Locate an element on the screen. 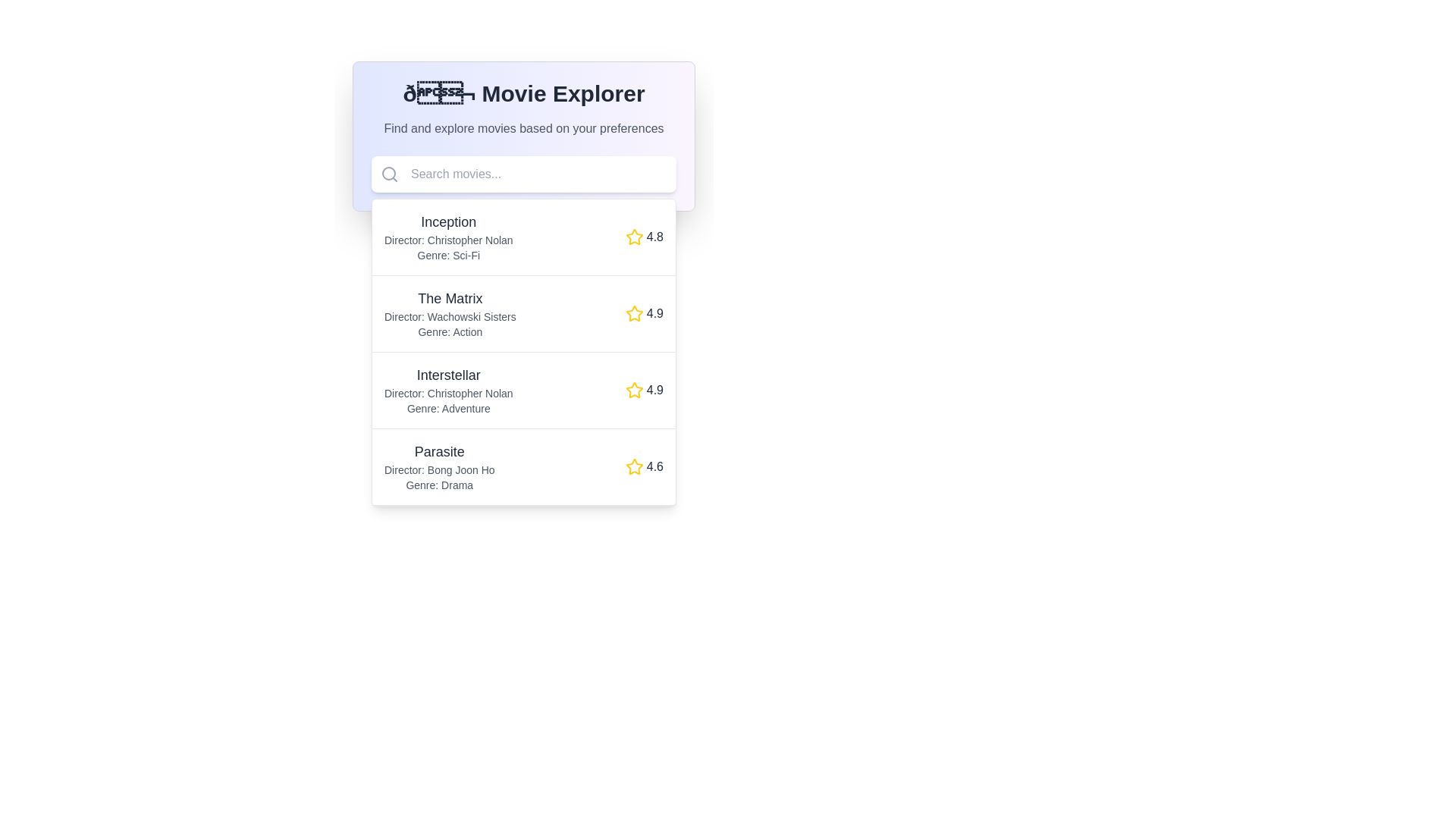 Image resolution: width=1456 pixels, height=819 pixels. the golden five-pointed star icon next to the rating '4.9' for the movie 'Interstellar' is located at coordinates (634, 389).